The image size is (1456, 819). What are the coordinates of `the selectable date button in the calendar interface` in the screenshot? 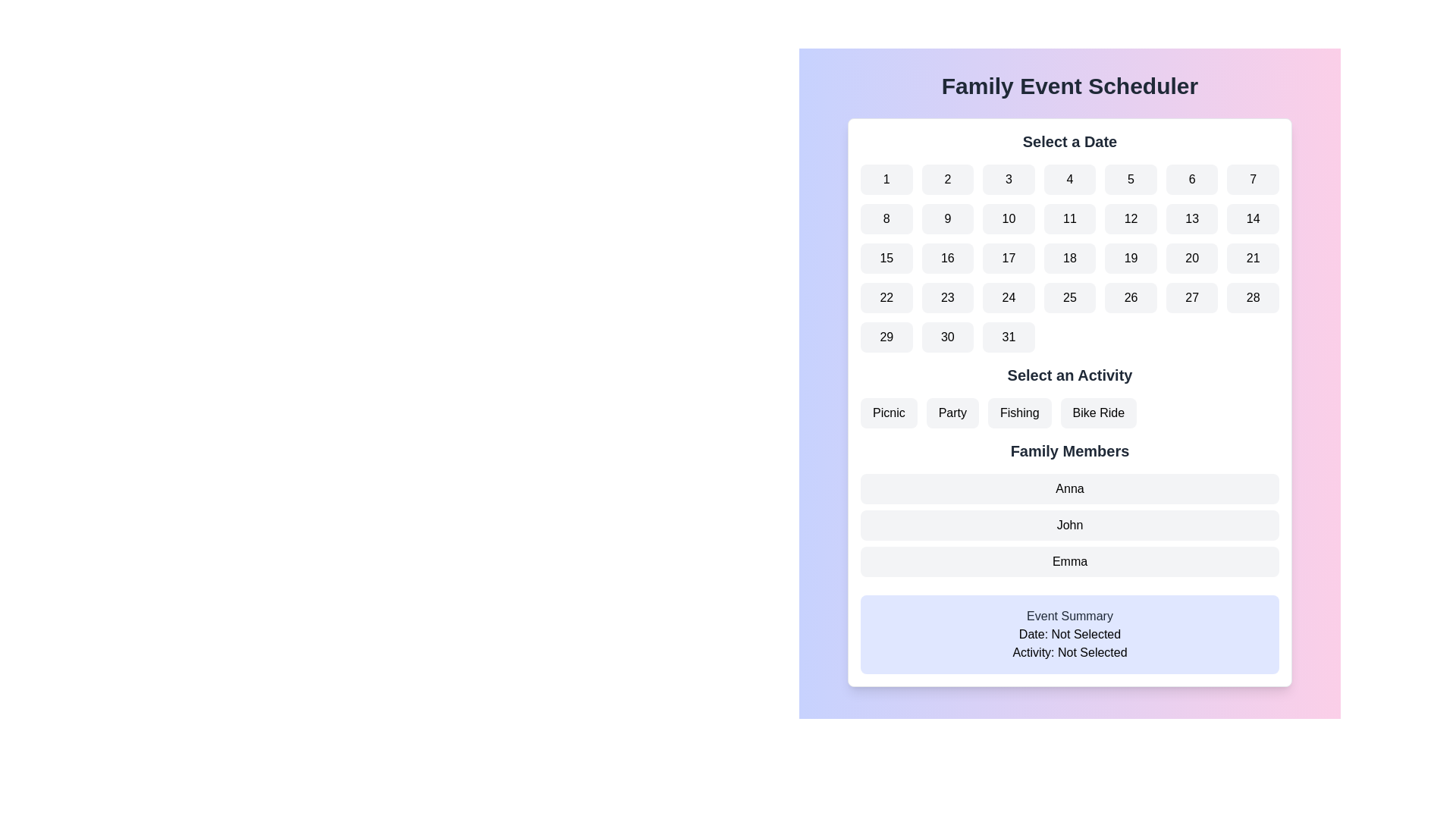 It's located at (946, 257).